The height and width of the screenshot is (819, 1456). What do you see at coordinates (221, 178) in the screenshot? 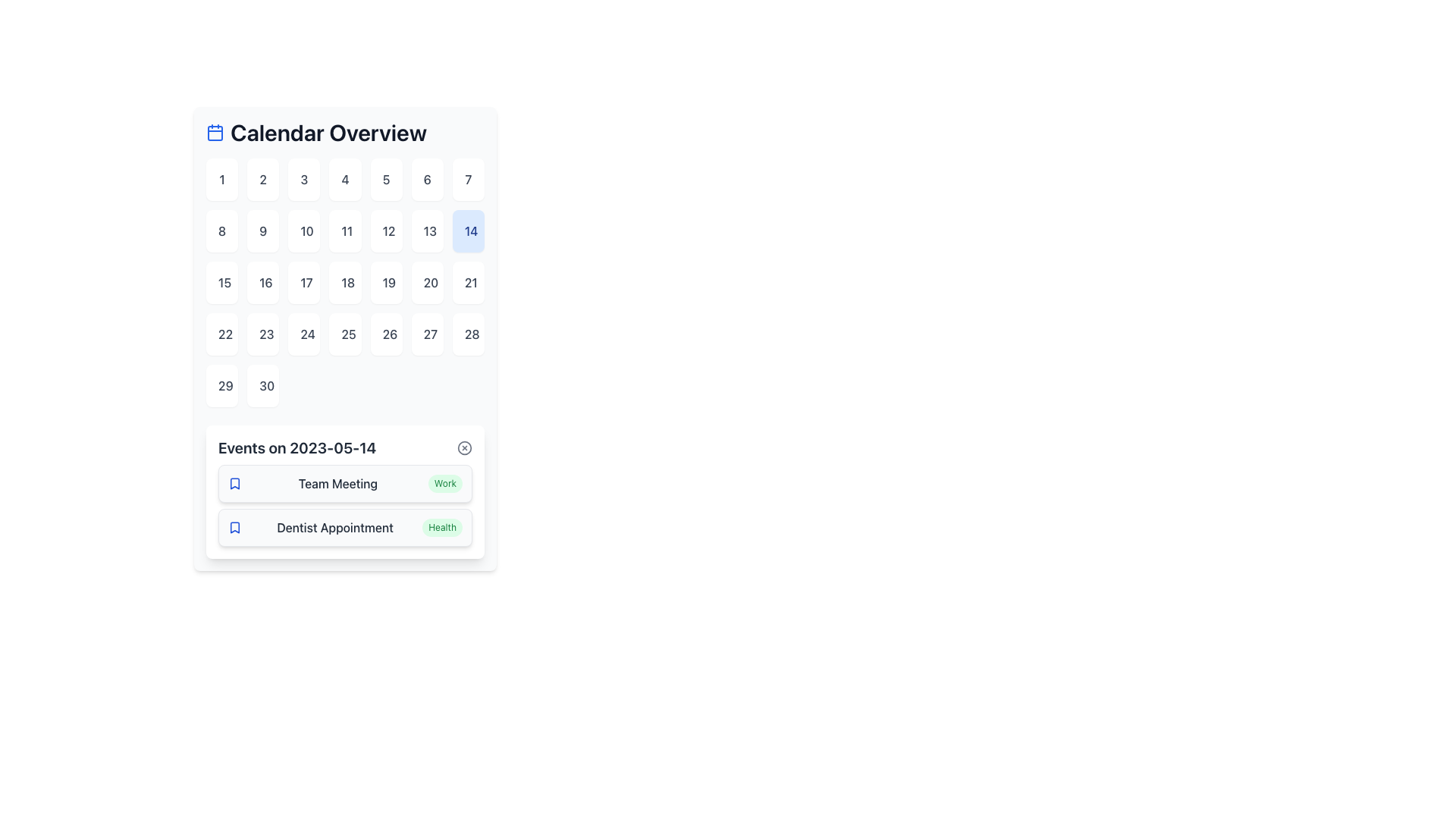
I see `the square button with a white background and the number '1' in gray font` at bounding box center [221, 178].